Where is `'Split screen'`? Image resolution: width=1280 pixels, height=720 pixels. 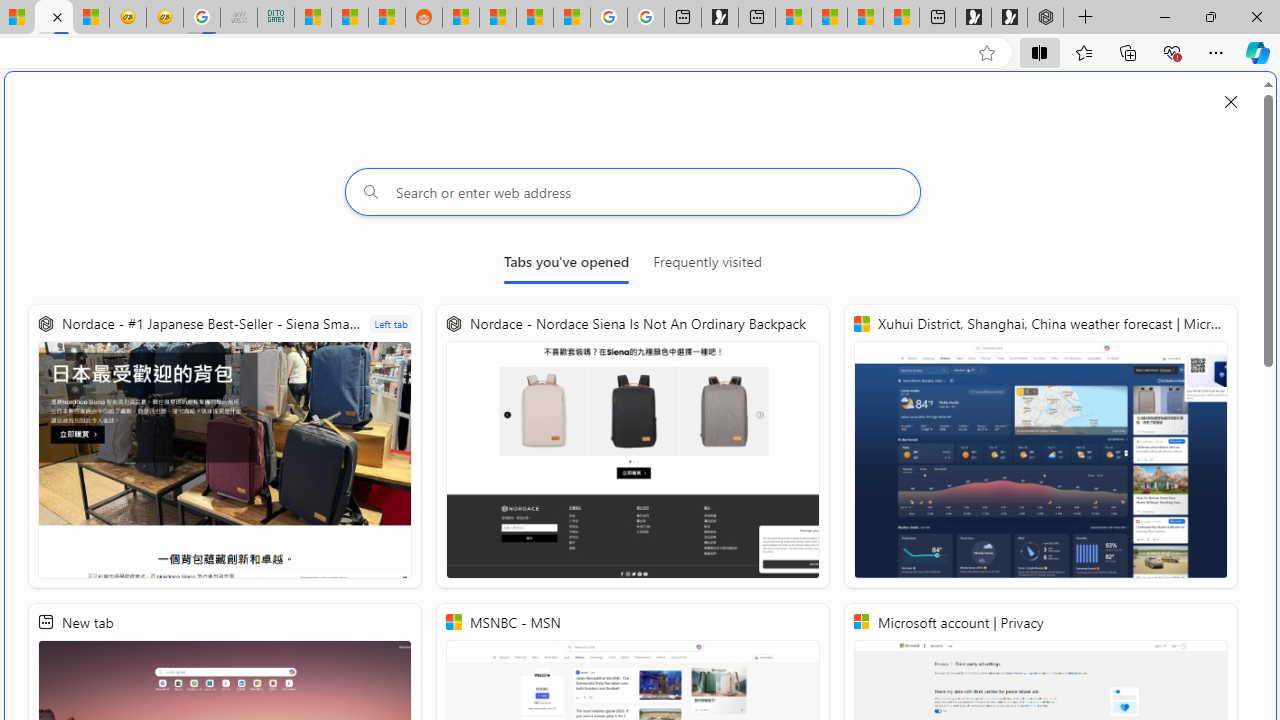
'Split screen' is located at coordinates (1040, 51).